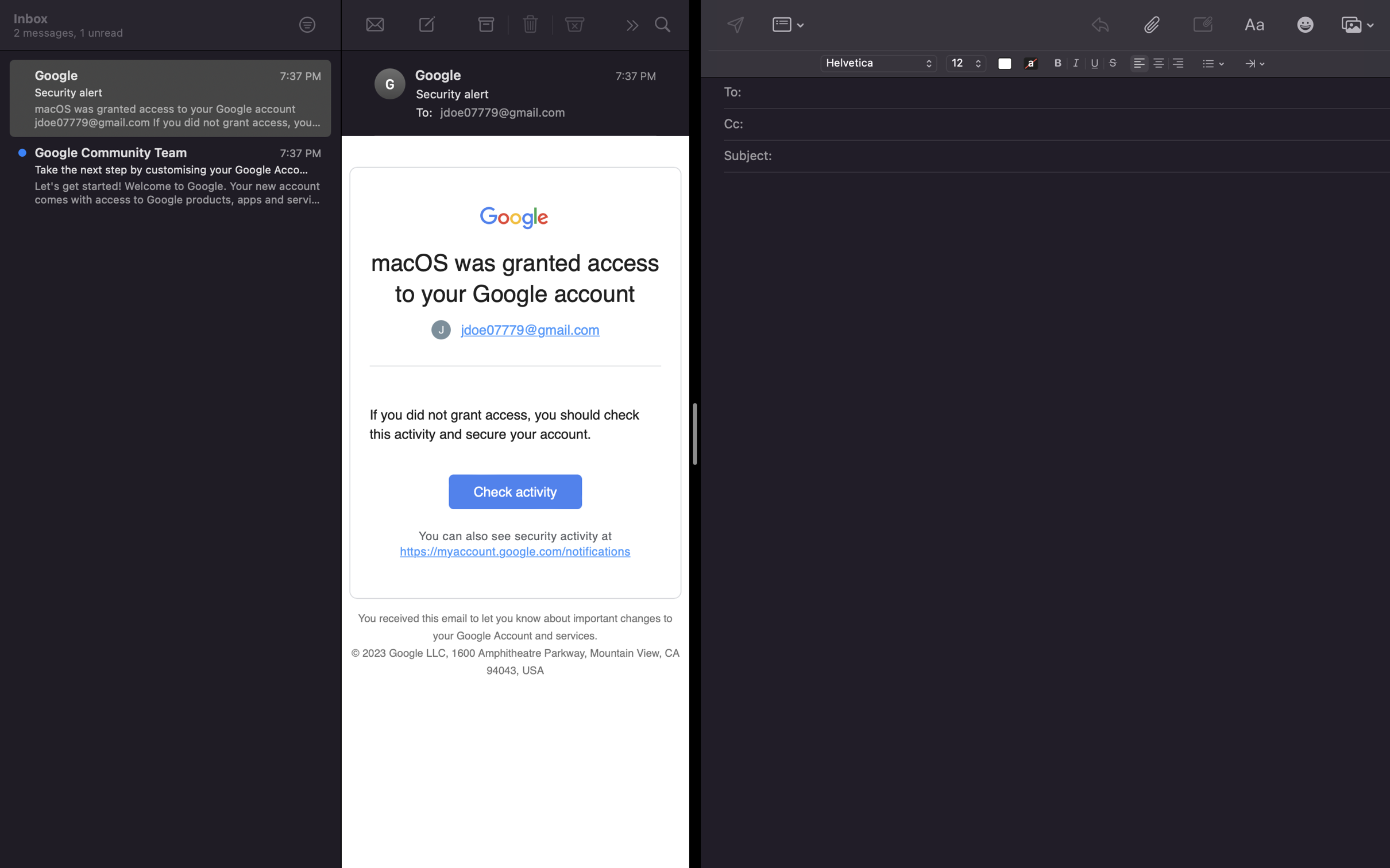  I want to click on Make the font bold and size 14, so click(1058, 62).